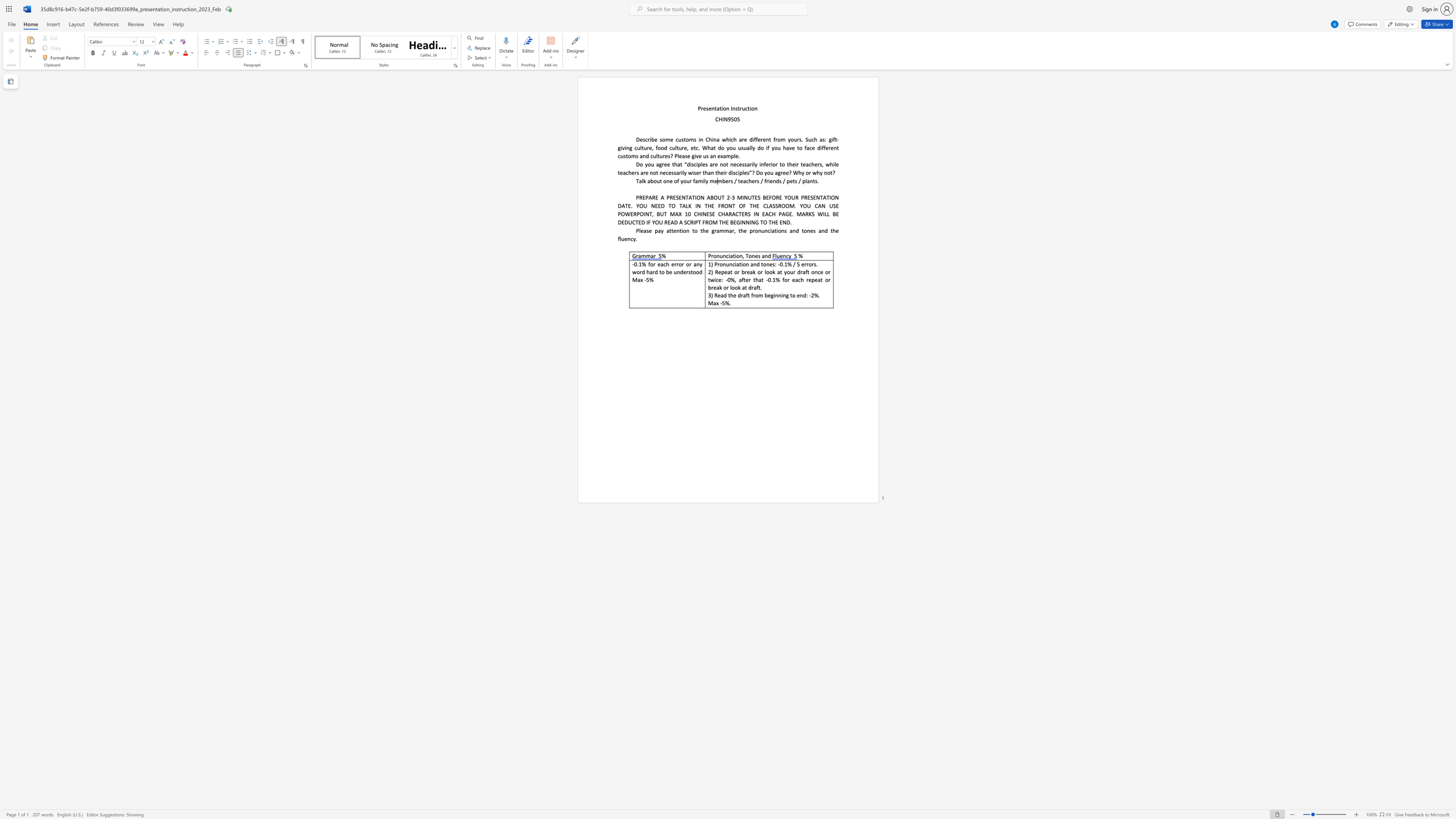  I want to click on the 1th character "N" in the text, so click(683, 197).